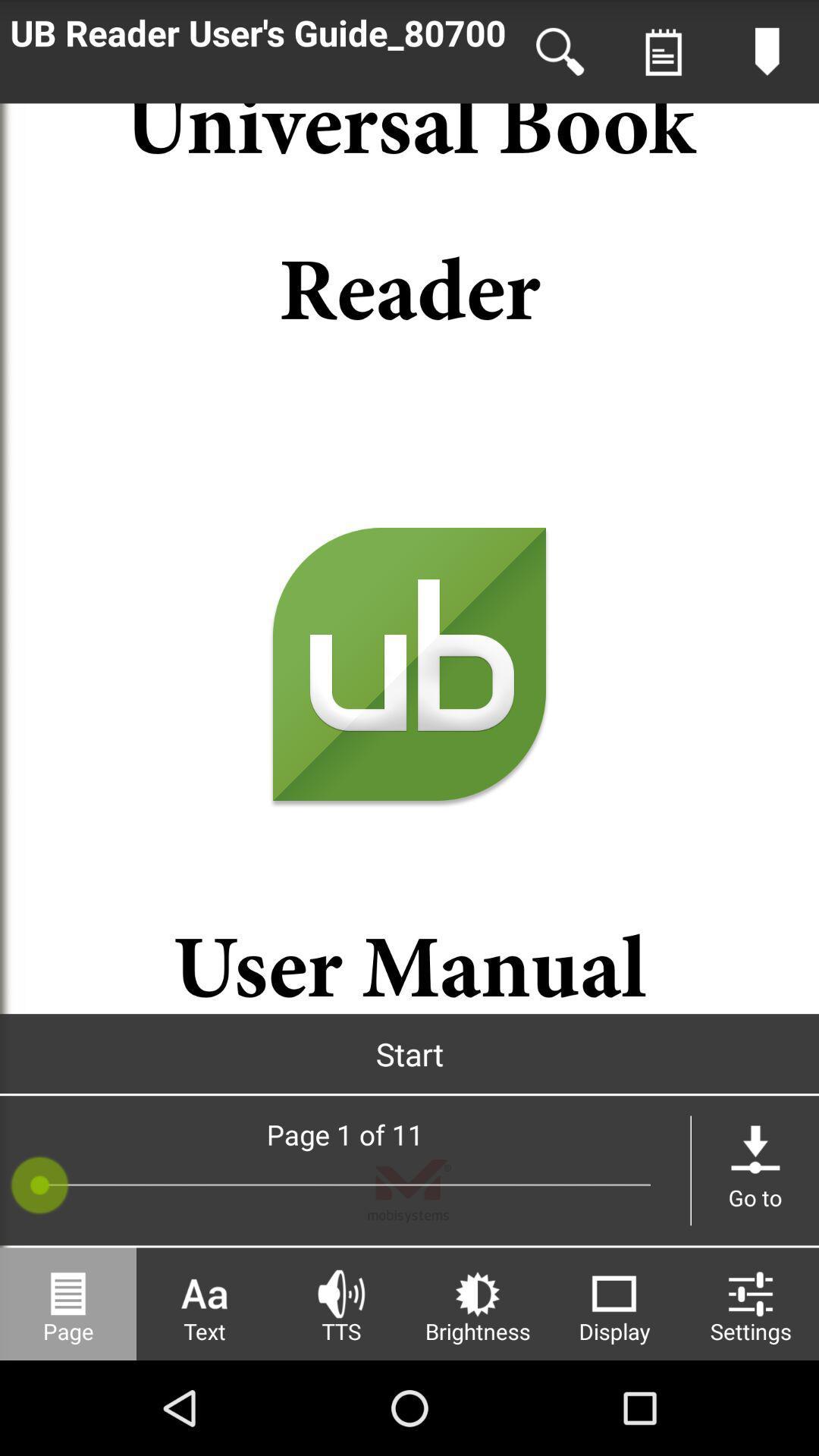 The height and width of the screenshot is (1456, 819). What do you see at coordinates (560, 55) in the screenshot?
I see `the search icon` at bounding box center [560, 55].